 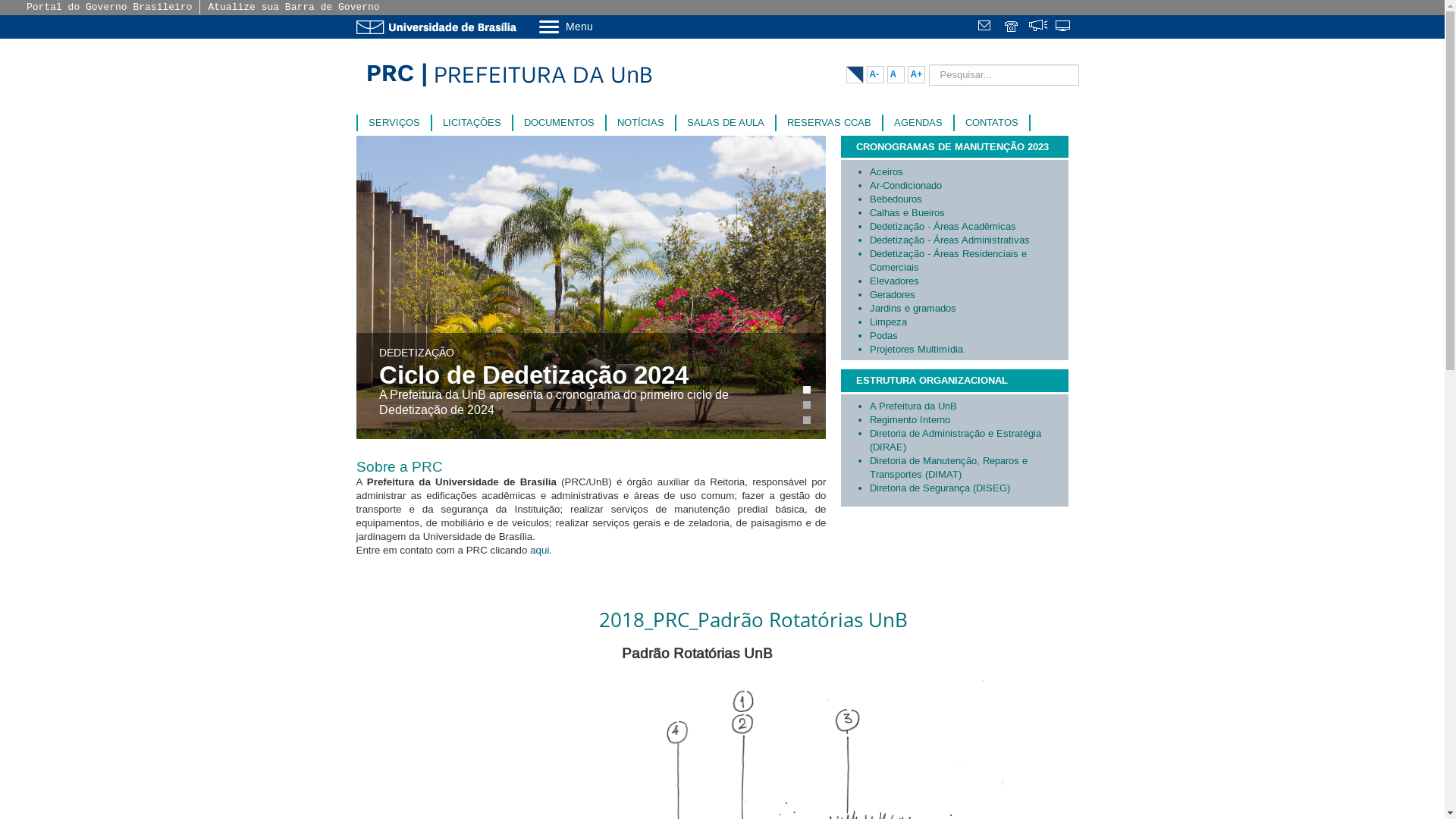 I want to click on 'SALAS DE AULA', so click(x=724, y=122).